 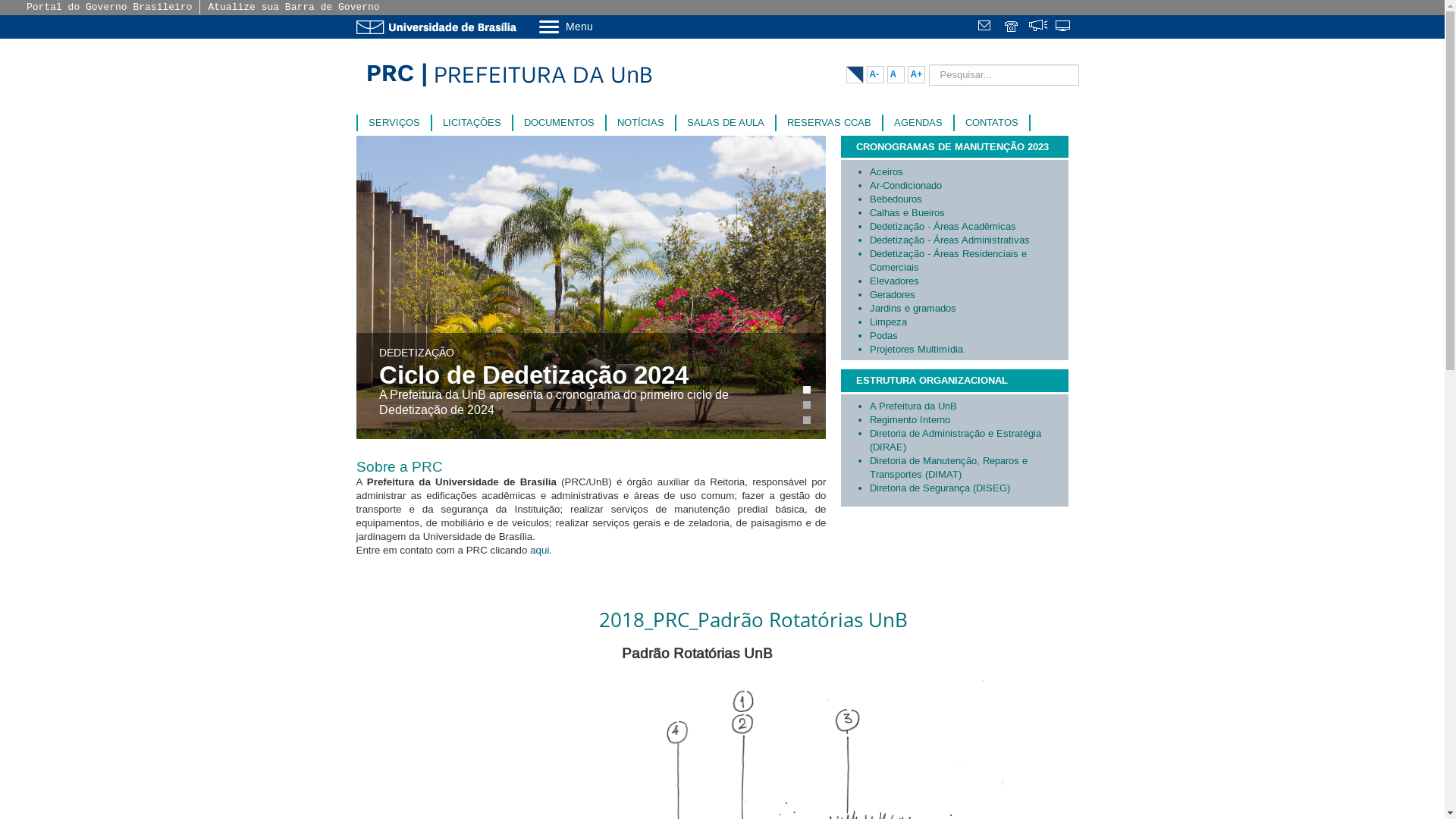 I want to click on 'SALAS DE AULA', so click(x=724, y=122).